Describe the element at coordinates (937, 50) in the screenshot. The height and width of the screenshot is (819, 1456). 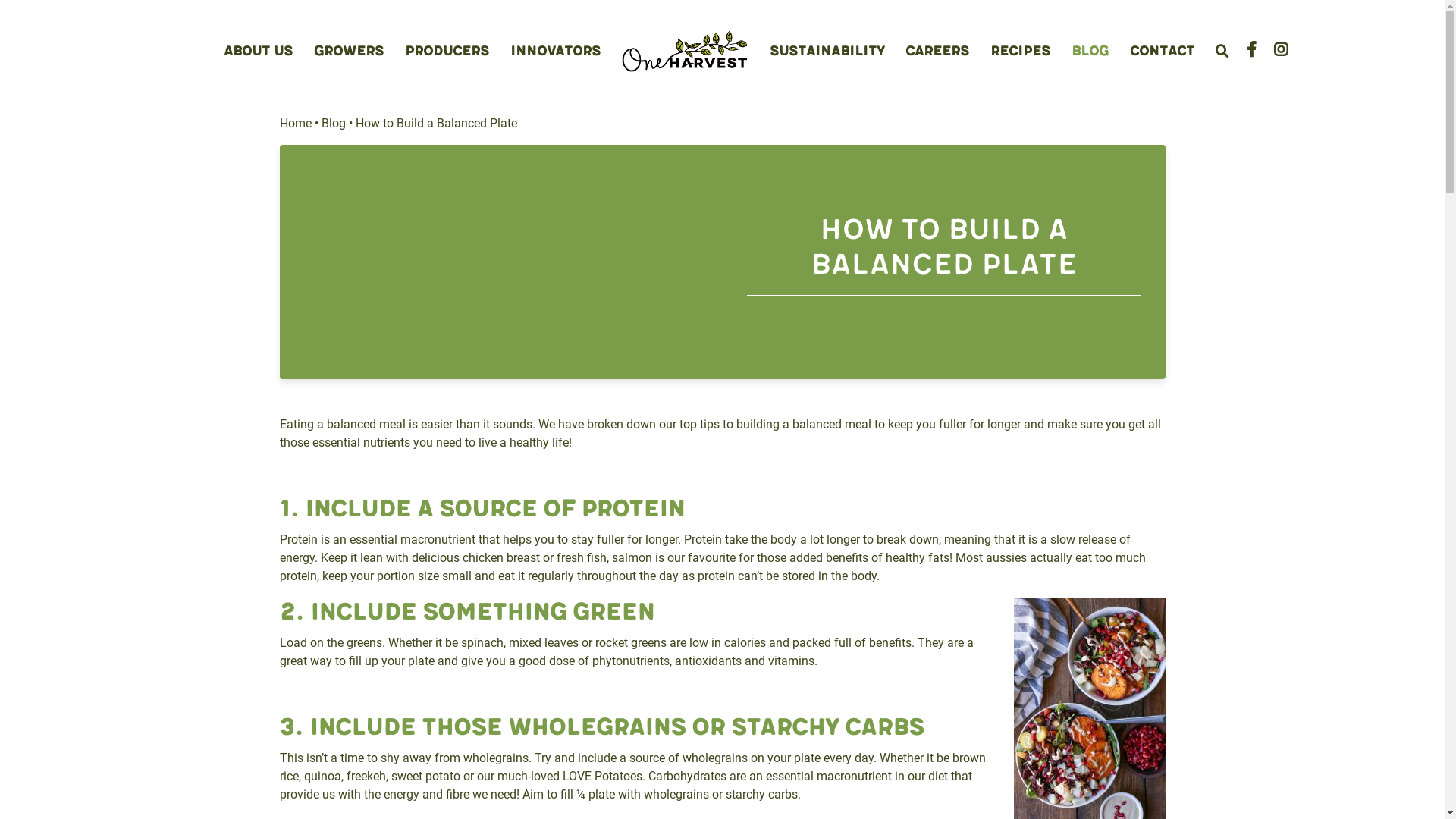
I see `'CAREERS'` at that location.